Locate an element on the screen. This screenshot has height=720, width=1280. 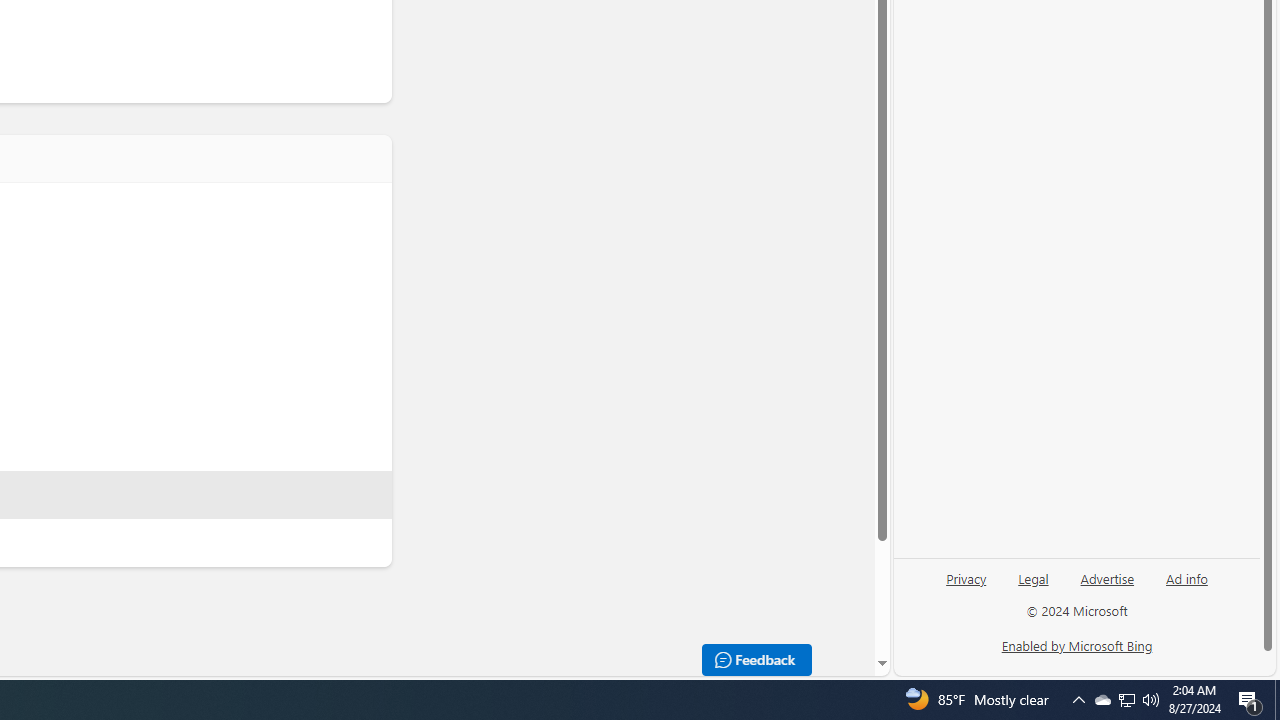
'Privacy' is located at coordinates (967, 585).